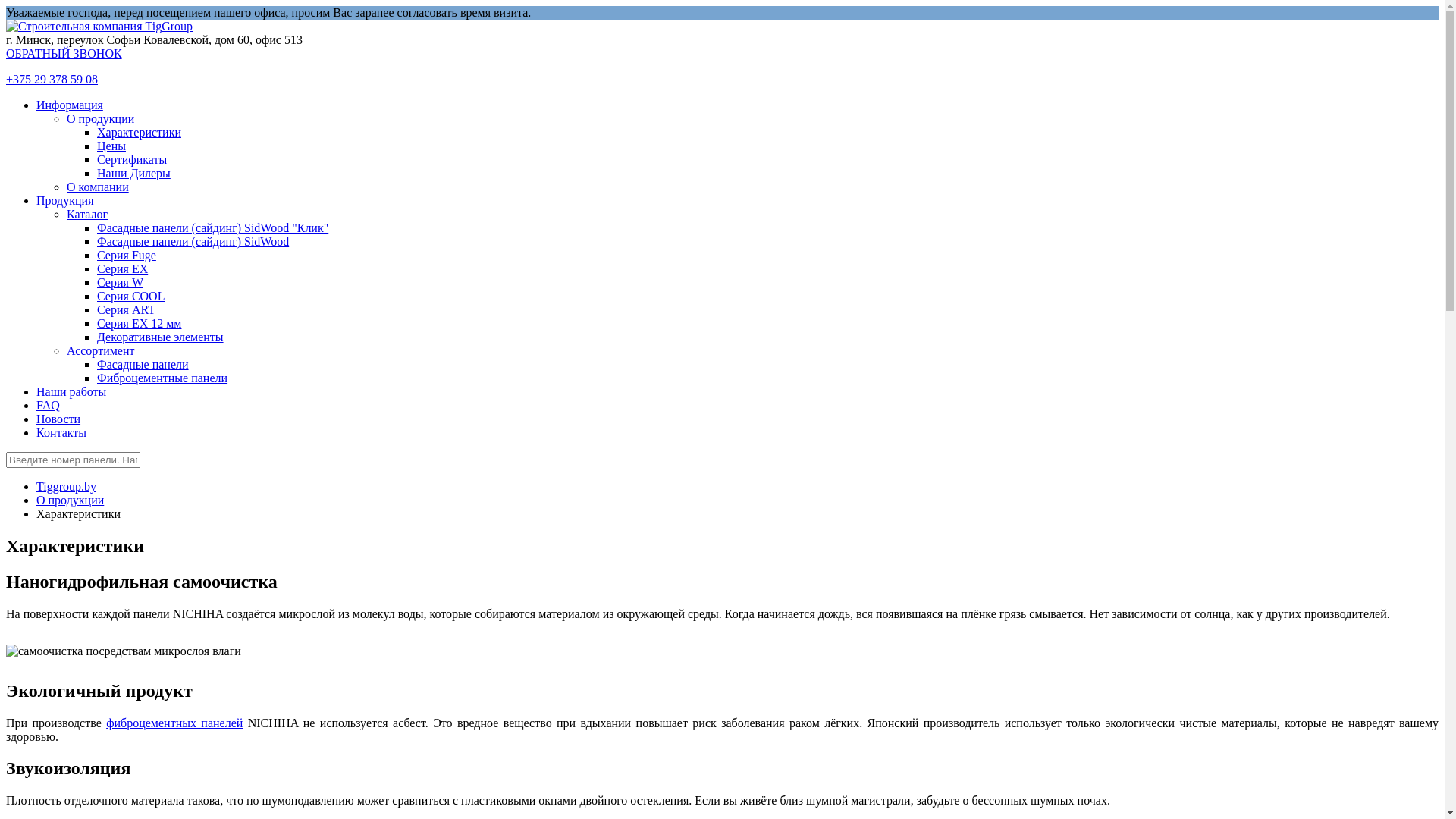  What do you see at coordinates (65, 486) in the screenshot?
I see `'Tiggroup.by'` at bounding box center [65, 486].